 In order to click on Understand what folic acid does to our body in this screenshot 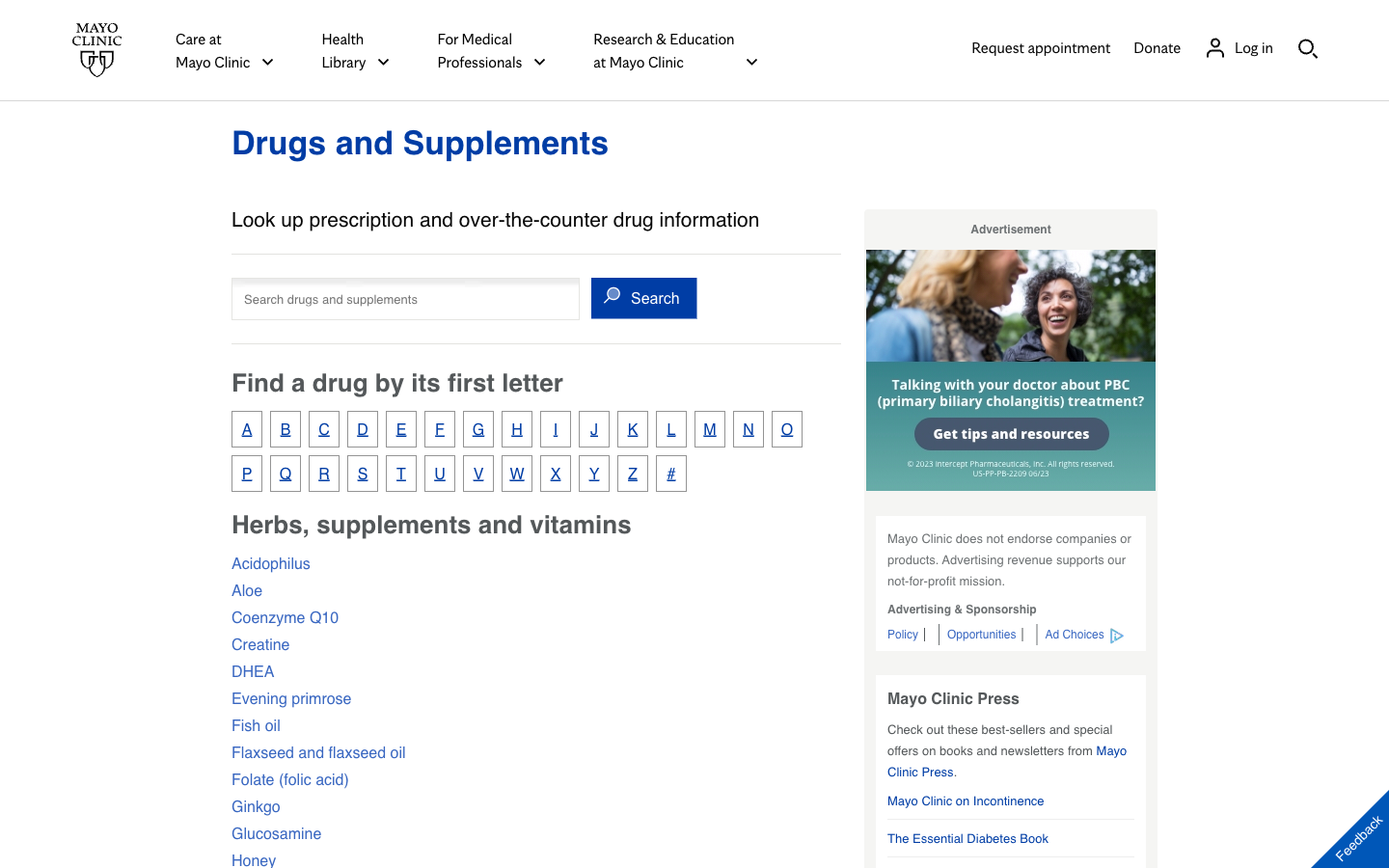, I will do `click(288, 778)`.